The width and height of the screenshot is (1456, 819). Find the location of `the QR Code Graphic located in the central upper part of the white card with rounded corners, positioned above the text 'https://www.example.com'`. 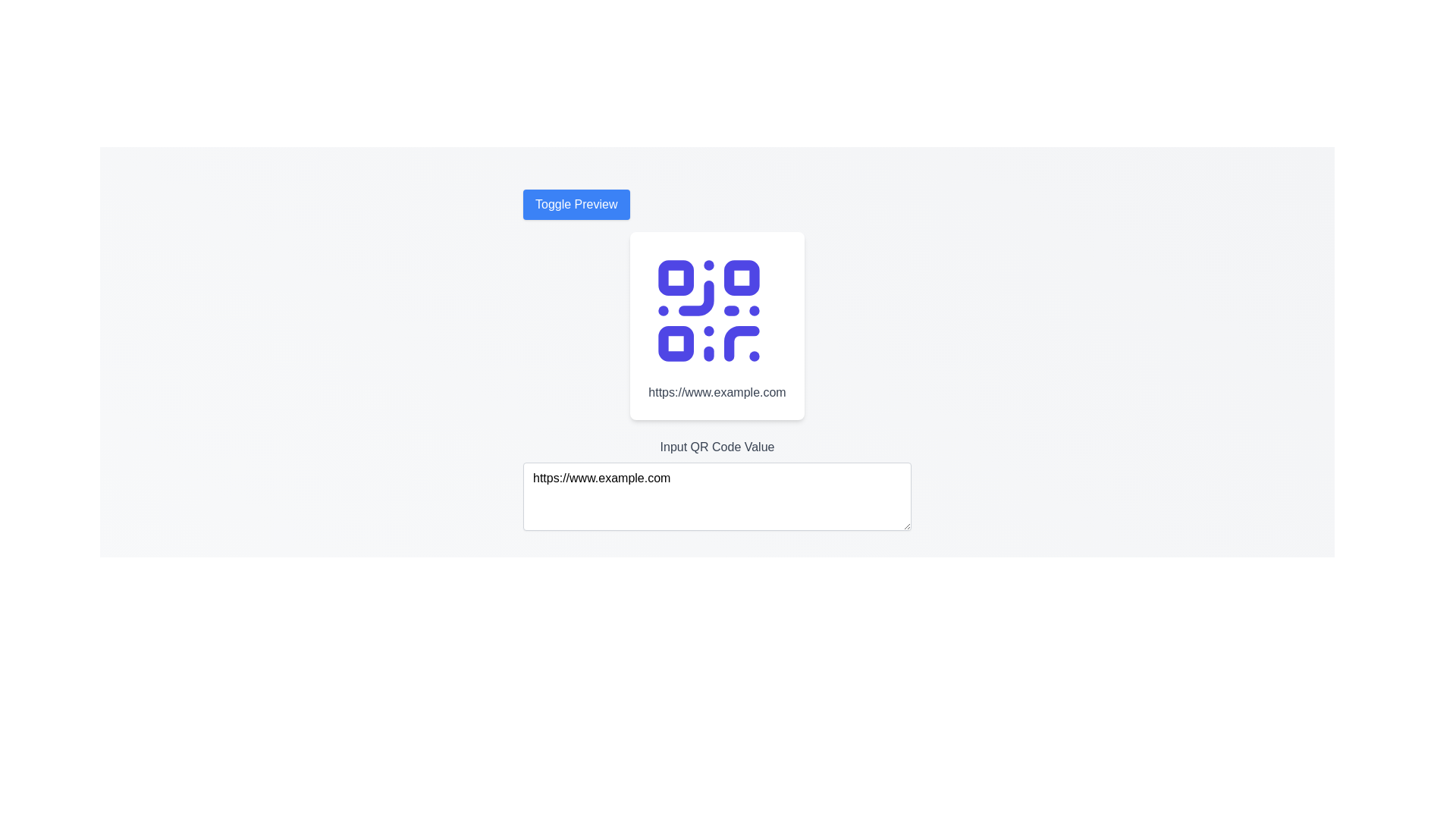

the QR Code Graphic located in the central upper part of the white card with rounded corners, positioned above the text 'https://www.example.com' is located at coordinates (708, 309).